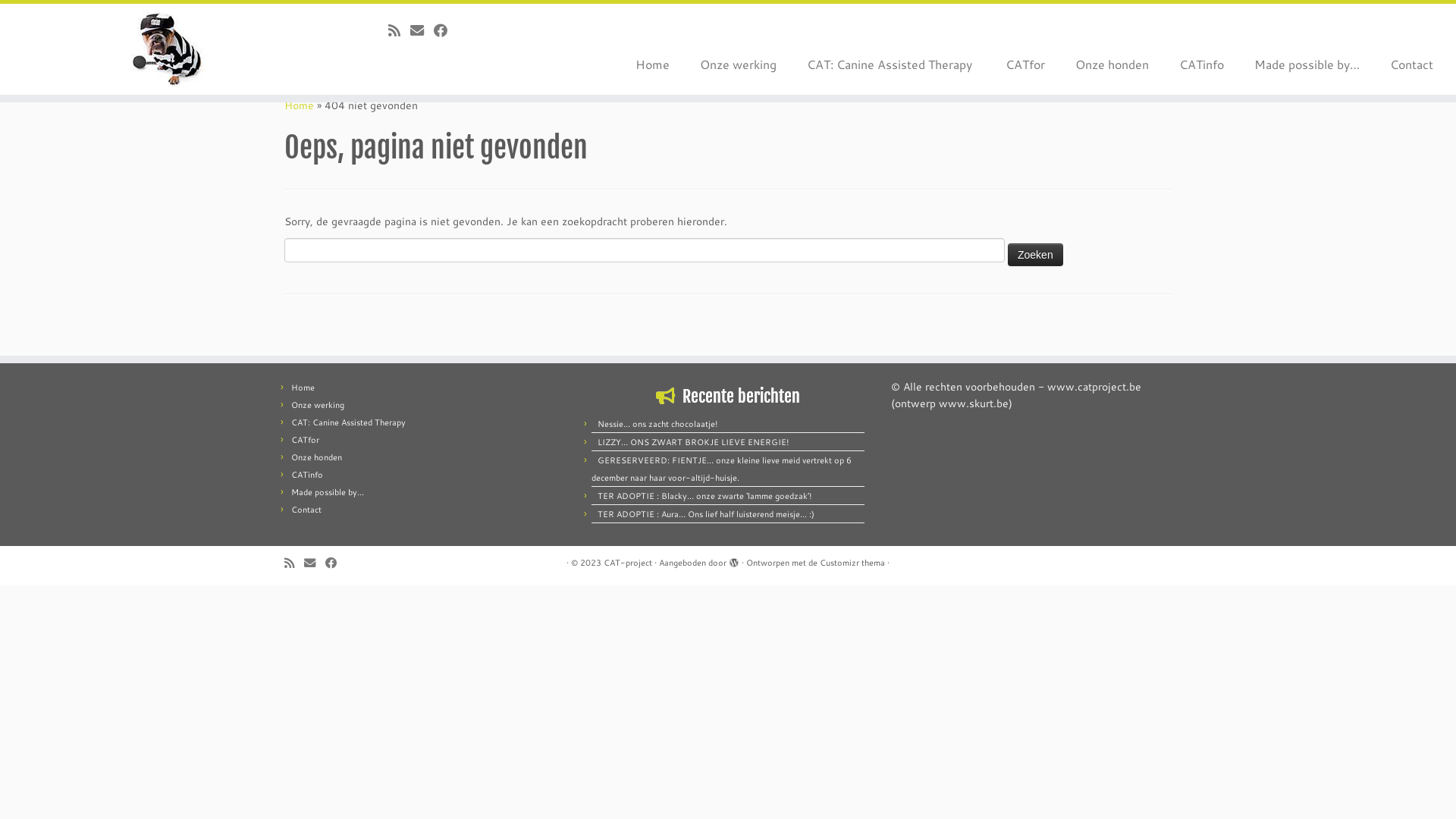  What do you see at coordinates (313, 563) in the screenshot?
I see `'E-mail'` at bounding box center [313, 563].